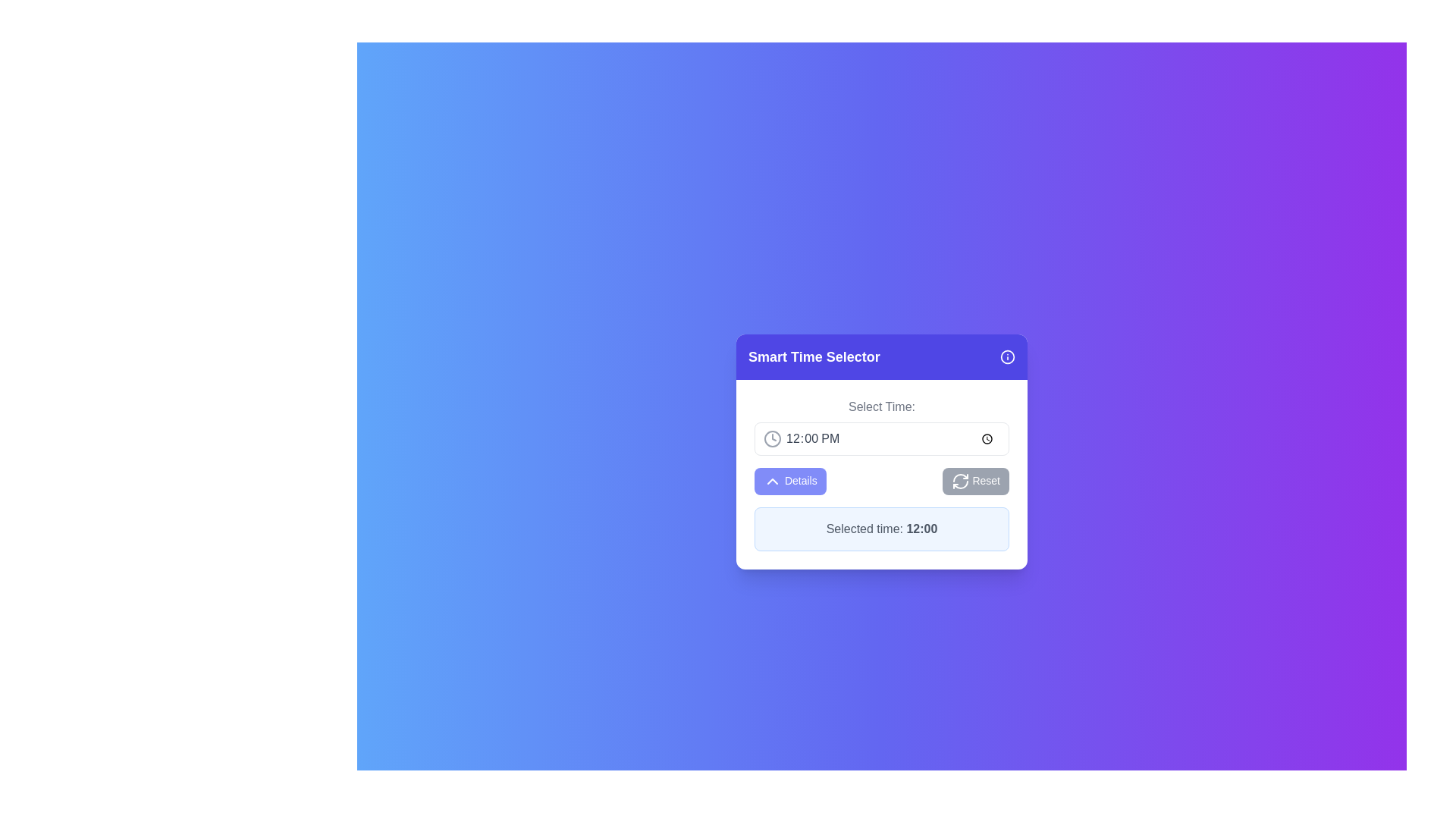 This screenshot has height=819, width=1456. Describe the element at coordinates (789, 482) in the screenshot. I see `the 'Details' button` at that location.